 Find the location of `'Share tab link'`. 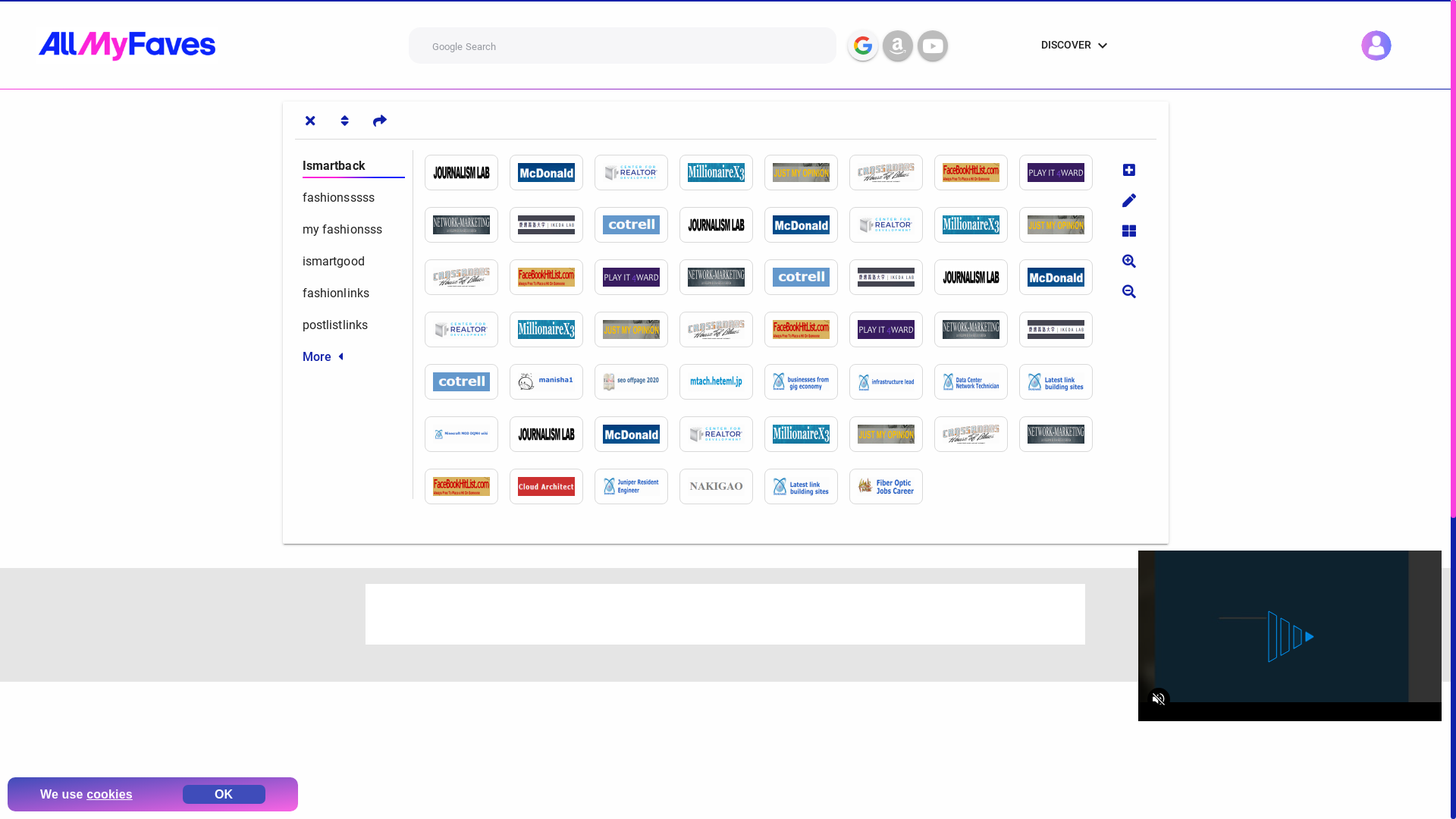

'Share tab link' is located at coordinates (364, 119).